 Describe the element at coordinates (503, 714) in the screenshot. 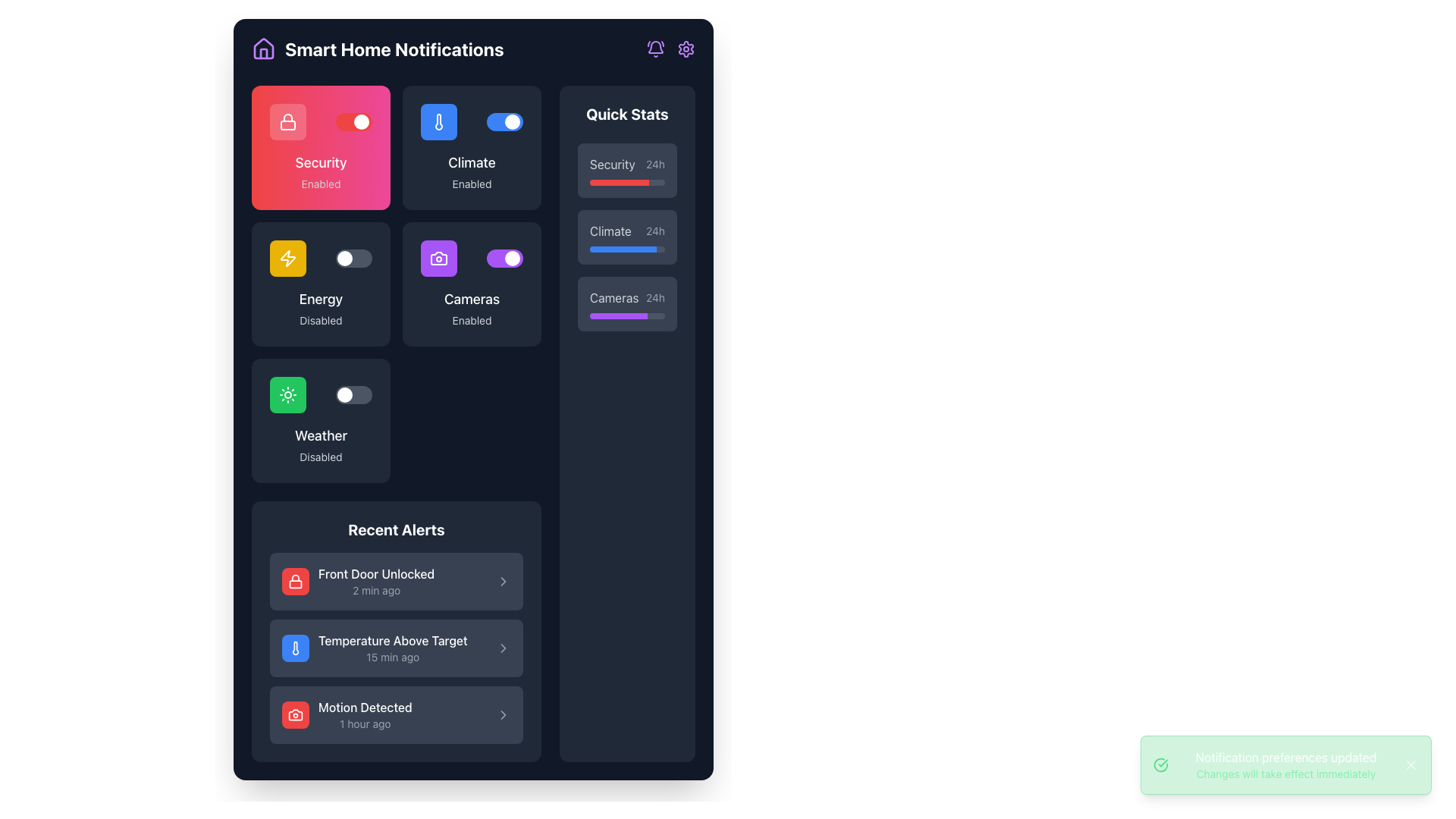

I see `the navigation indicator icon located in the top-right corner of the 'Motion Detected' card` at that location.